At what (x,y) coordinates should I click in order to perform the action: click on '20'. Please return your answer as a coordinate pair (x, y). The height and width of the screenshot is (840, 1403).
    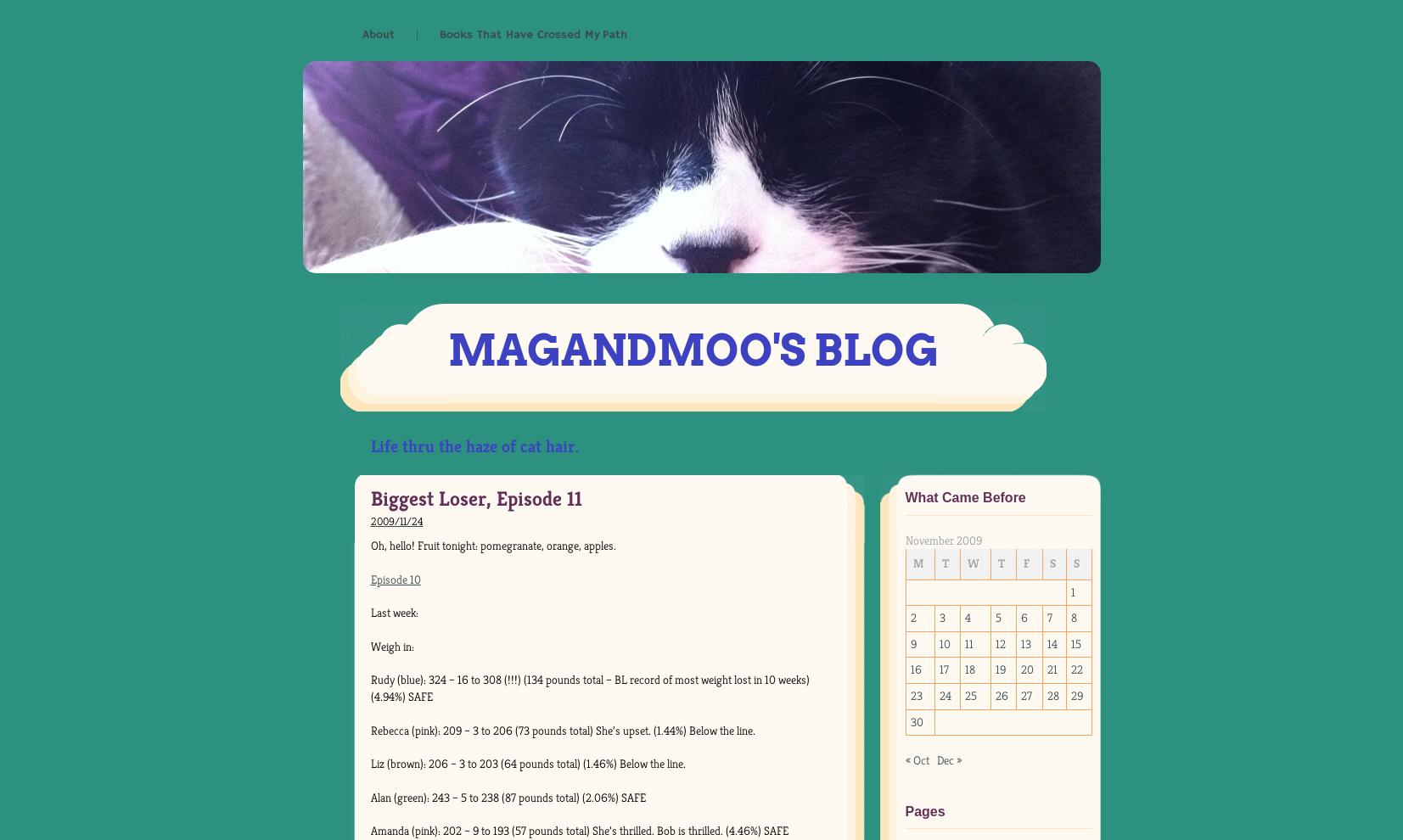
    Looking at the image, I should click on (1027, 669).